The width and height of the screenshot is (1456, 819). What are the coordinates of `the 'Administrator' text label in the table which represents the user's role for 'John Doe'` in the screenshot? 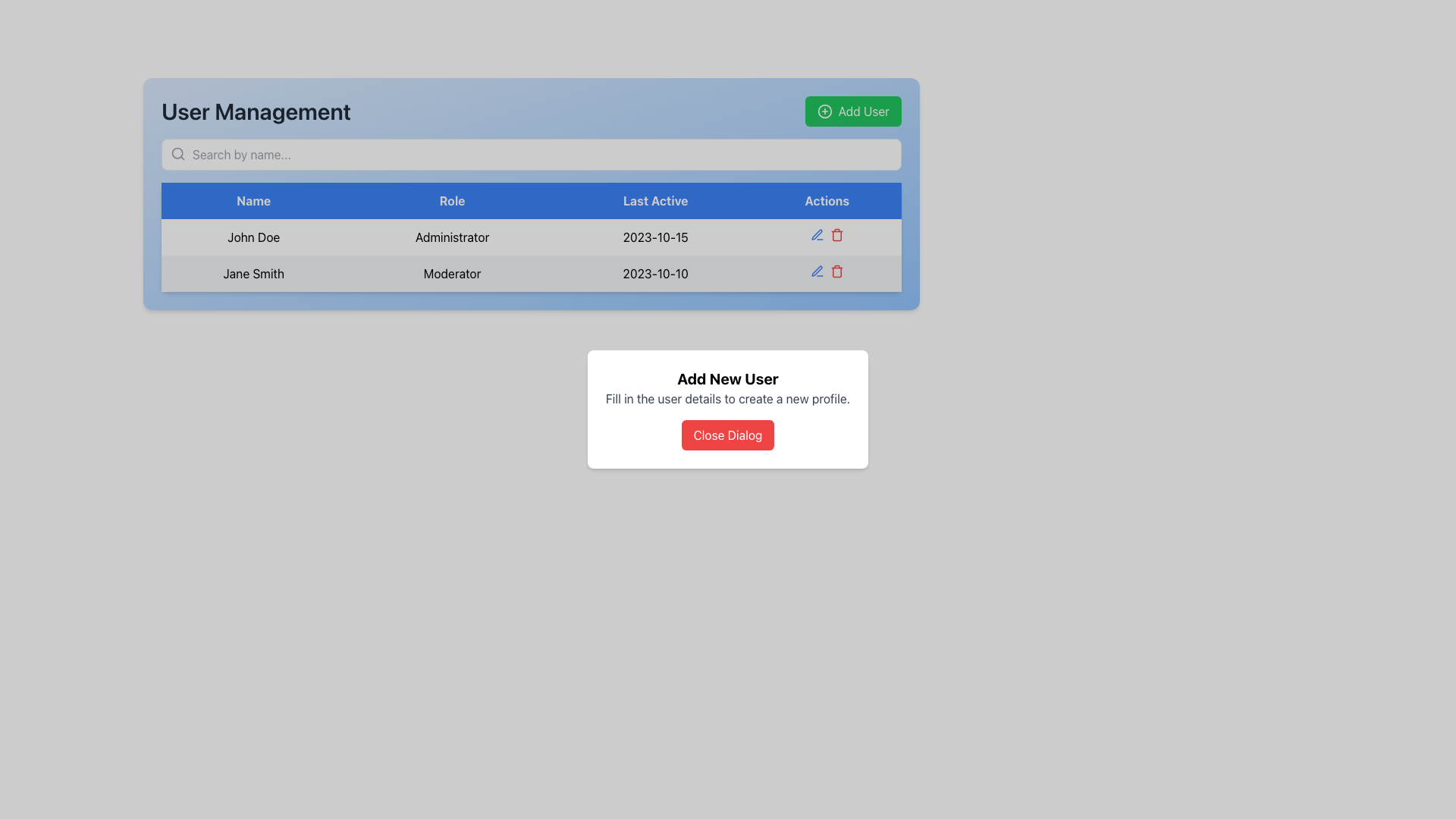 It's located at (451, 237).